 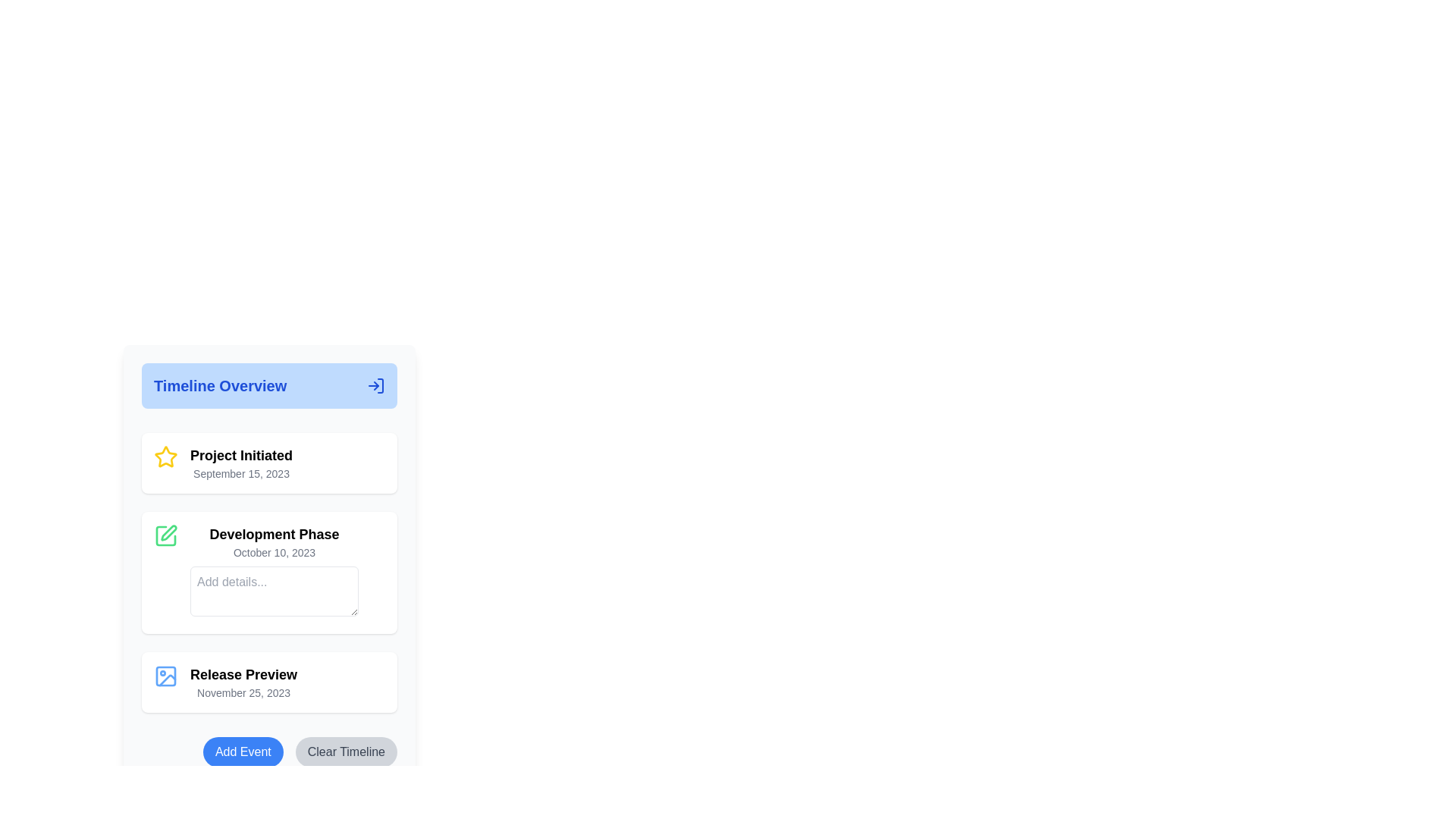 I want to click on the Text label that serves as the title for a specific event in the timeline, located above the date 'November 25, 2023' and below 'Development Phase', so click(x=243, y=674).